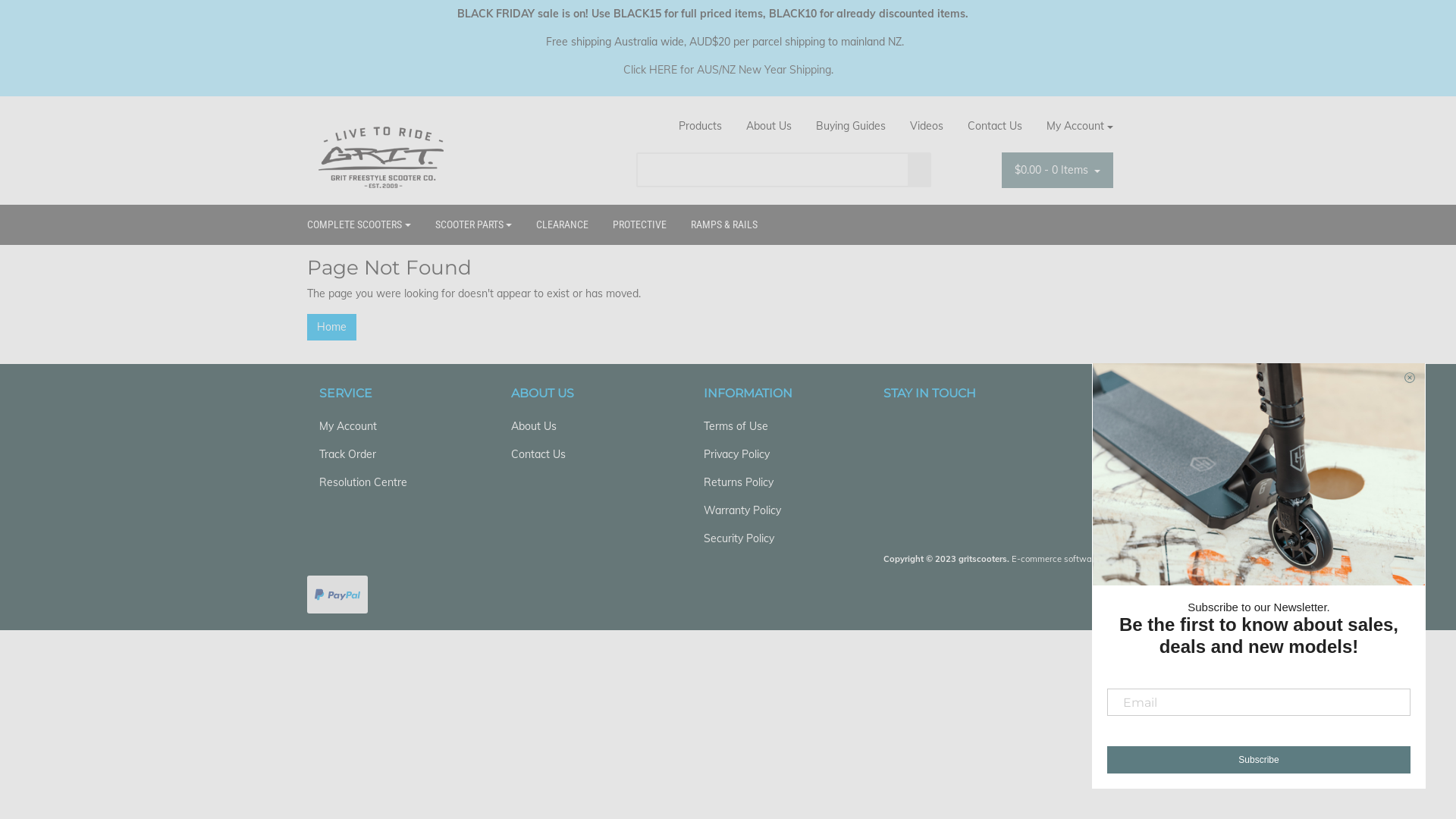  I want to click on 'Resolution Centre', so click(391, 482).